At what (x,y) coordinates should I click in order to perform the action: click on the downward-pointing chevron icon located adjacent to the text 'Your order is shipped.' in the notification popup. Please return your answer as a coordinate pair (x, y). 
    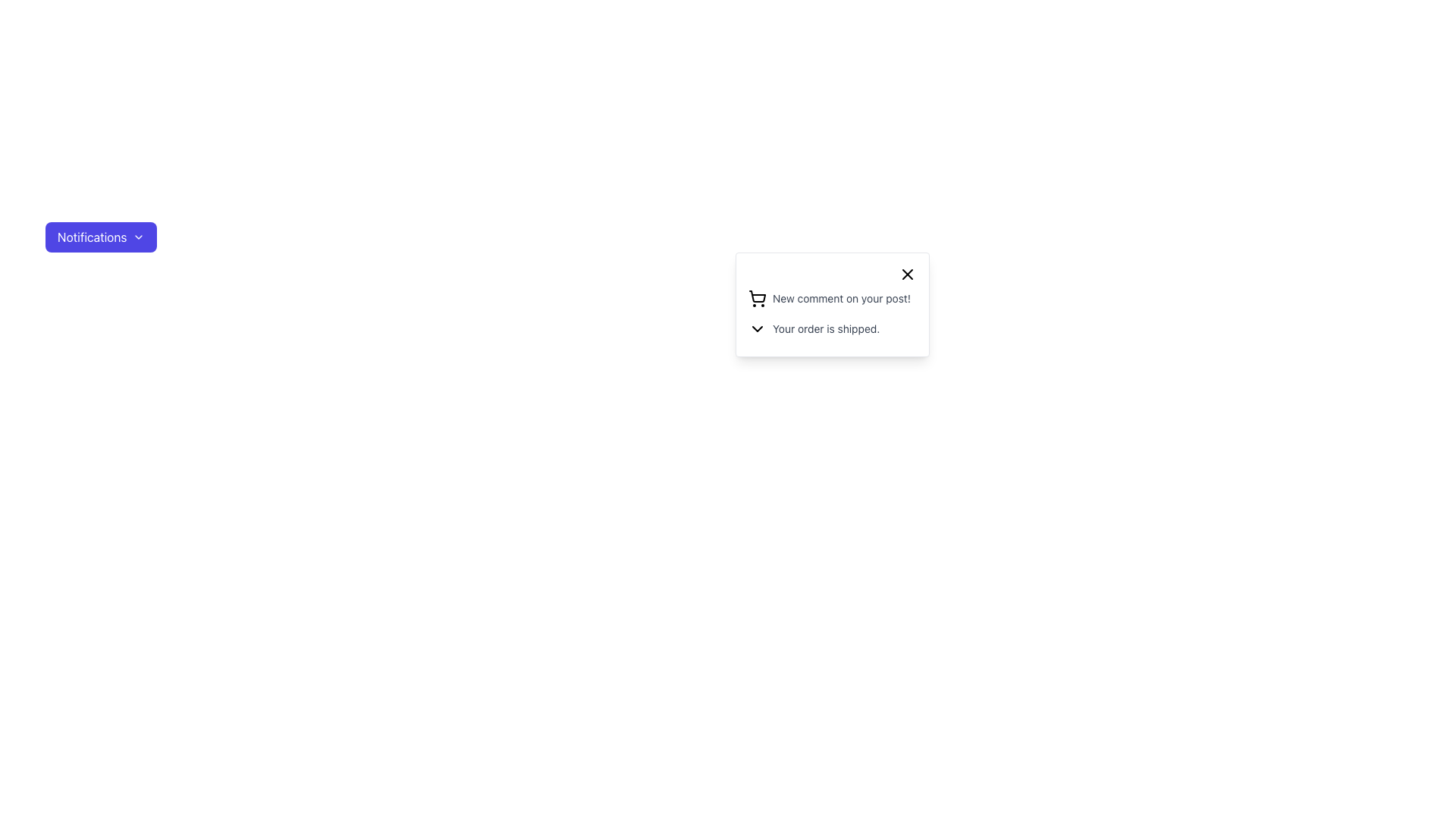
    Looking at the image, I should click on (757, 328).